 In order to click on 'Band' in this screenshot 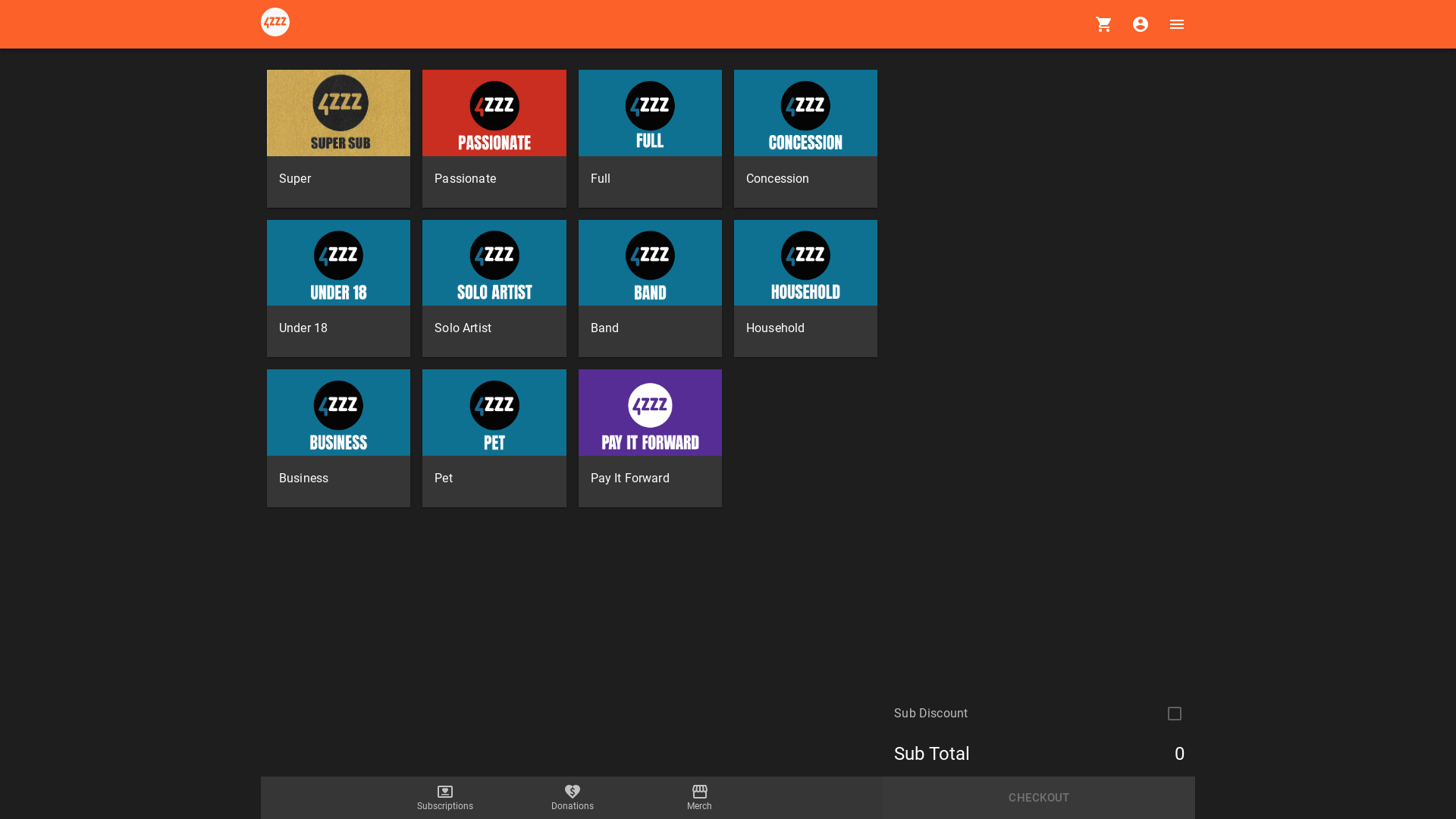, I will do `click(578, 289)`.